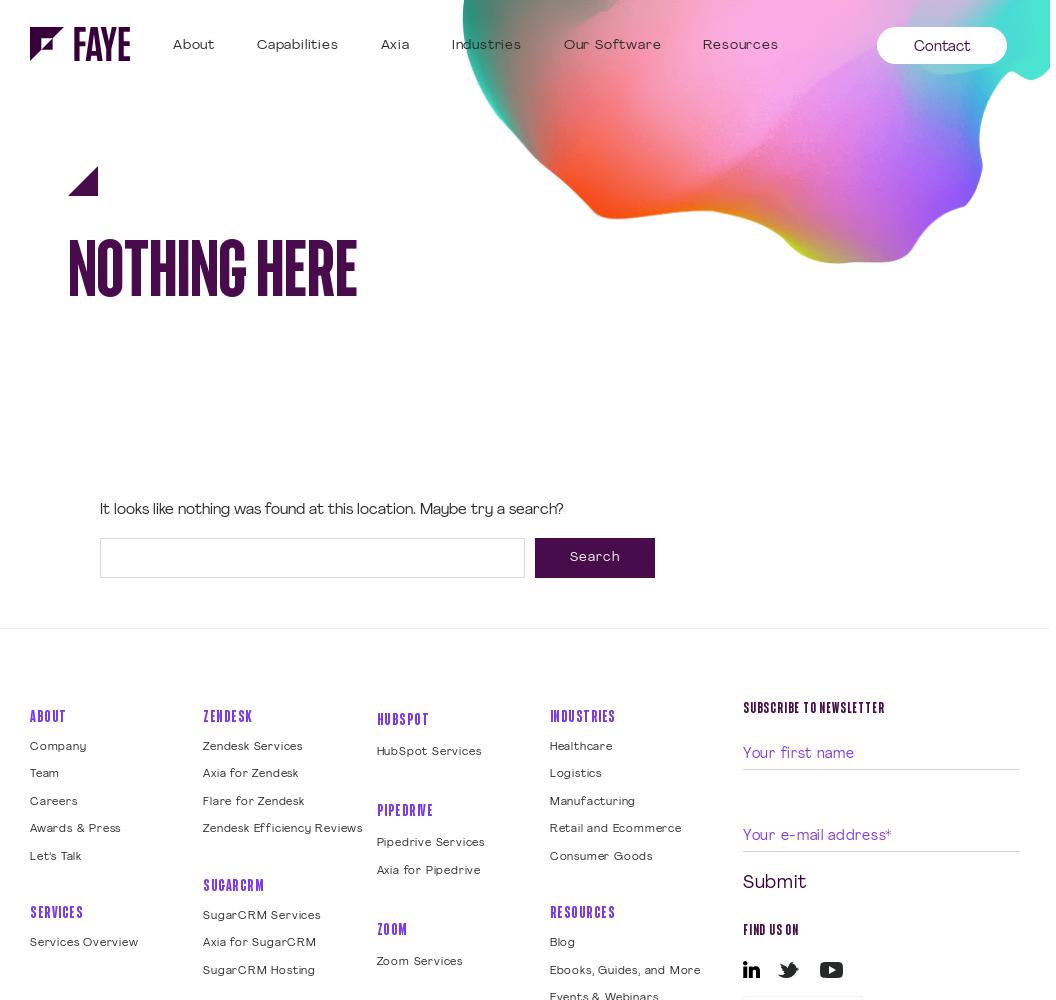 This screenshot has width=1056, height=1000. What do you see at coordinates (419, 961) in the screenshot?
I see `'Zoom Services'` at bounding box center [419, 961].